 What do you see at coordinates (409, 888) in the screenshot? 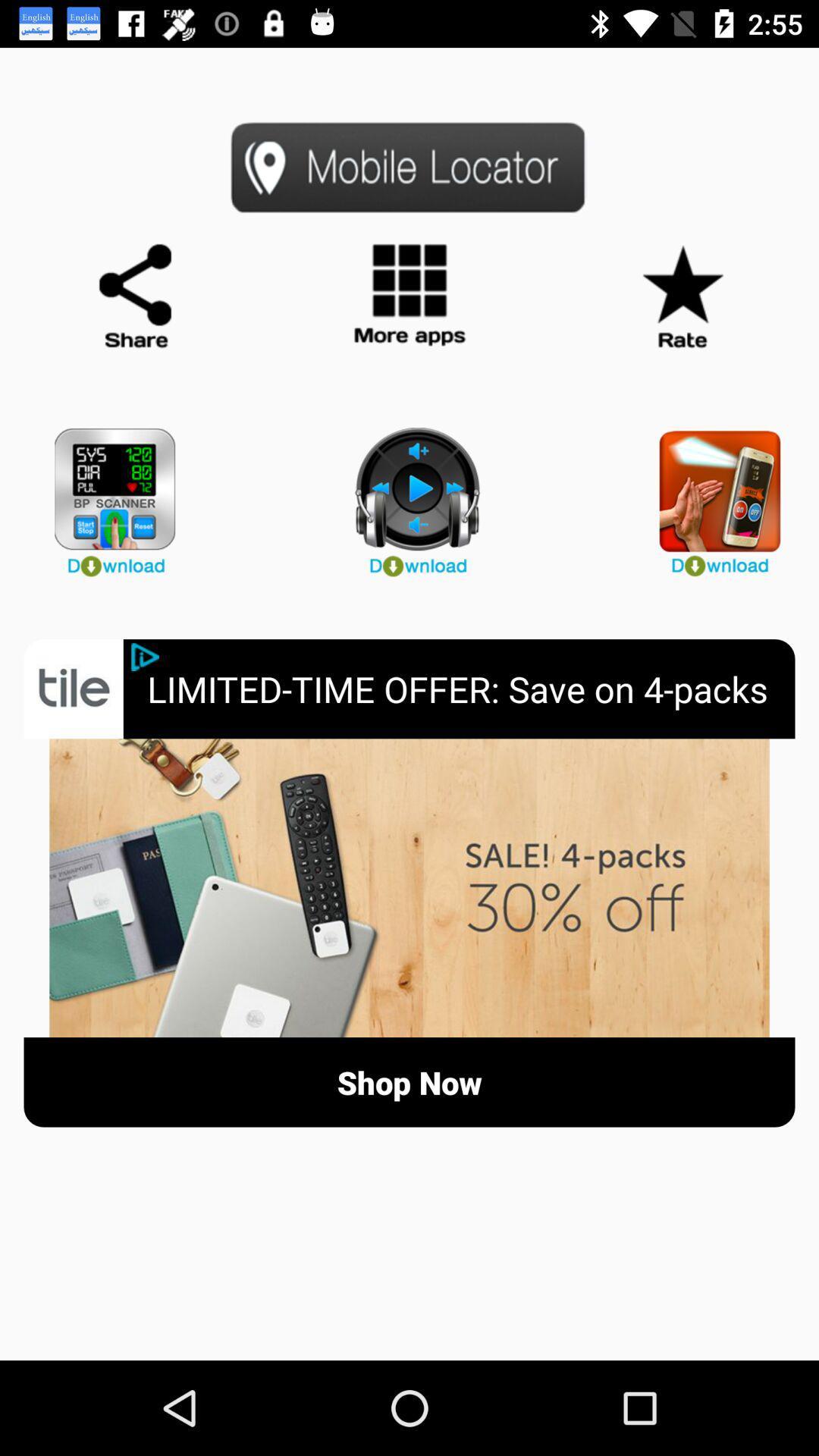
I see `open sale information` at bounding box center [409, 888].